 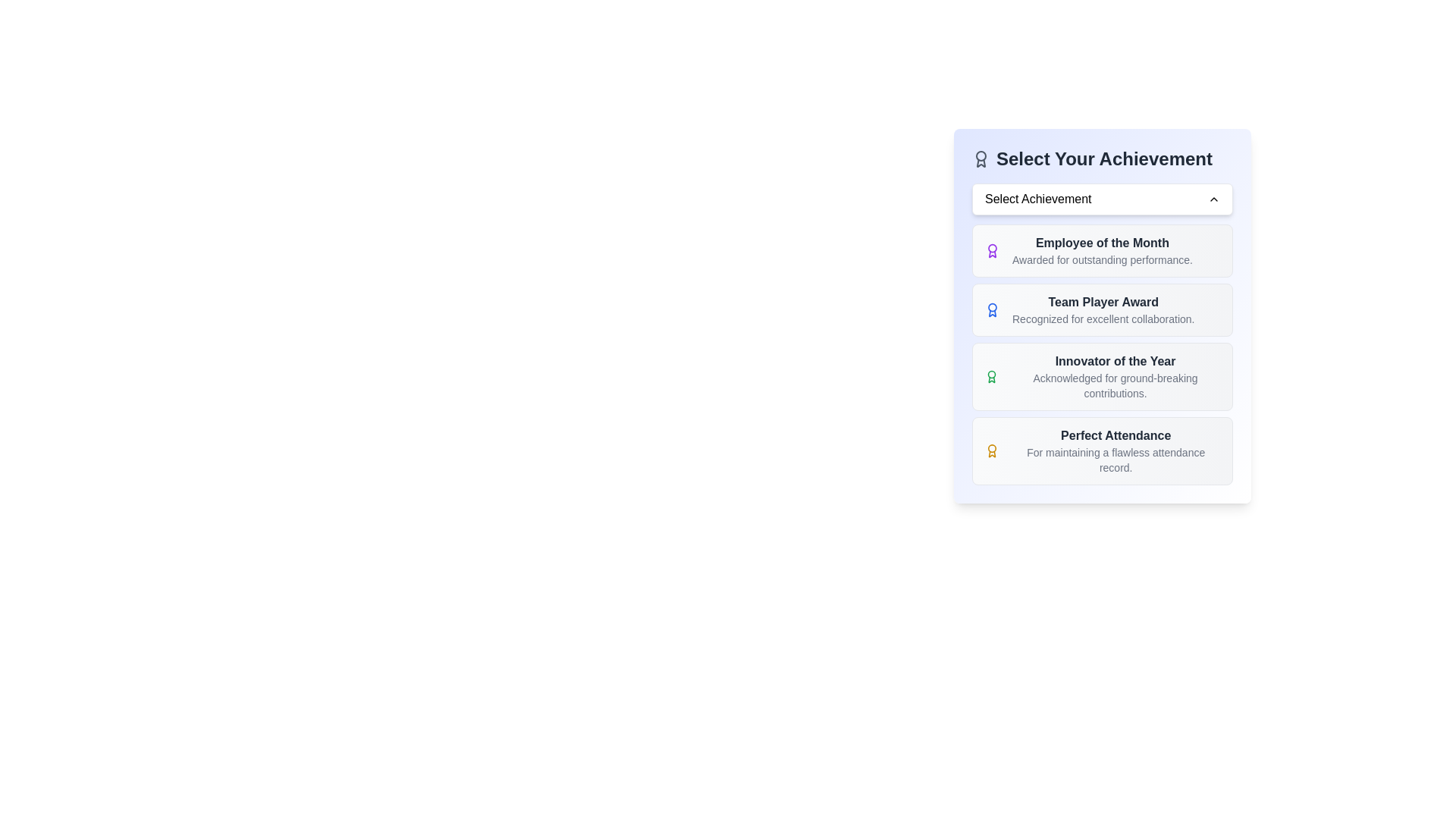 What do you see at coordinates (1116, 362) in the screenshot?
I see `the static text label or heading that indicates the type of achievement the user is viewing, located in the third entry under 'Select Your Achievement'` at bounding box center [1116, 362].